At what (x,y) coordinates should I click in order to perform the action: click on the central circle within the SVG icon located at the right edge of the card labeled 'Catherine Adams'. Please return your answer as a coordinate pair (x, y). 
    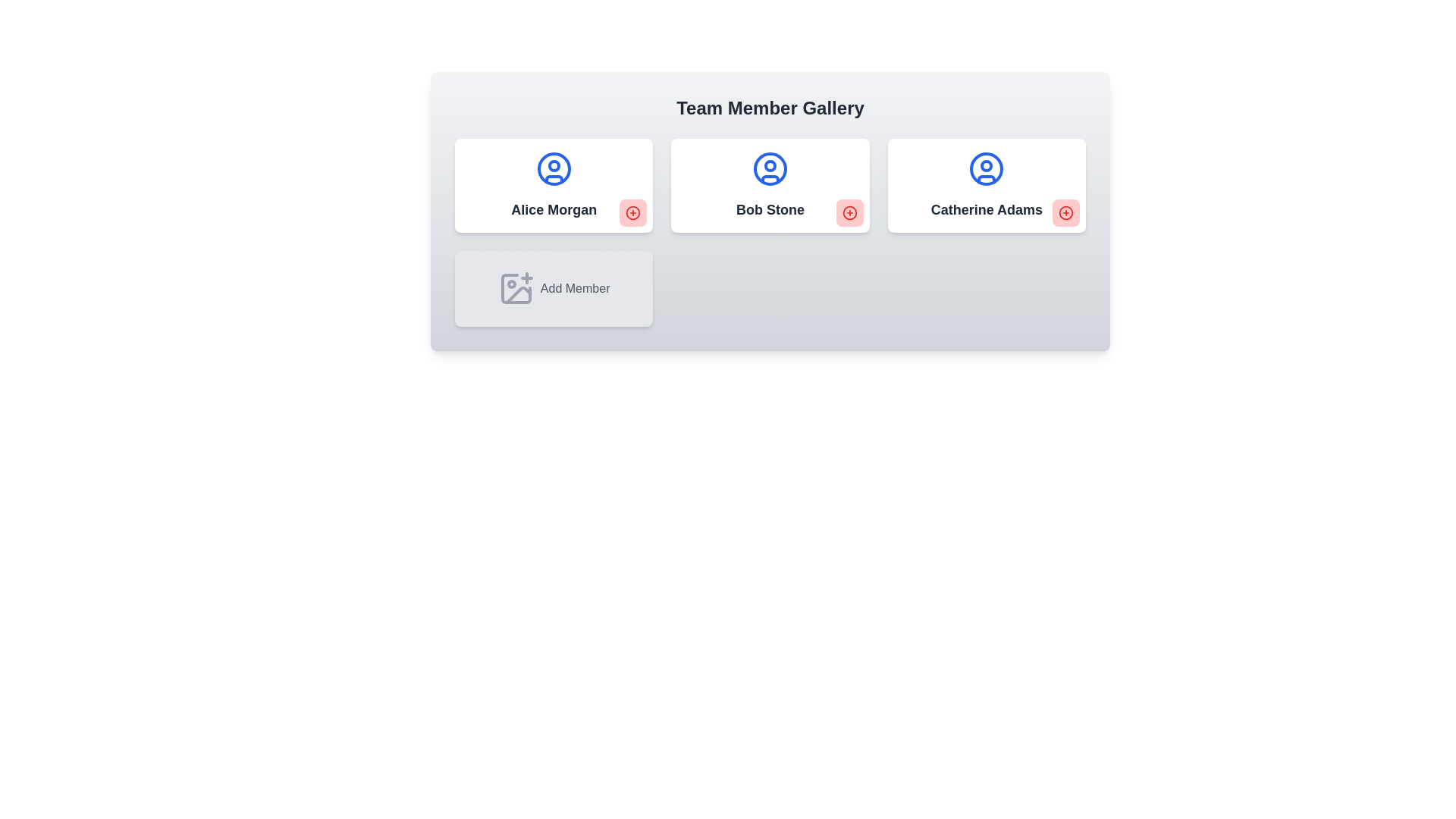
    Looking at the image, I should click on (1065, 213).